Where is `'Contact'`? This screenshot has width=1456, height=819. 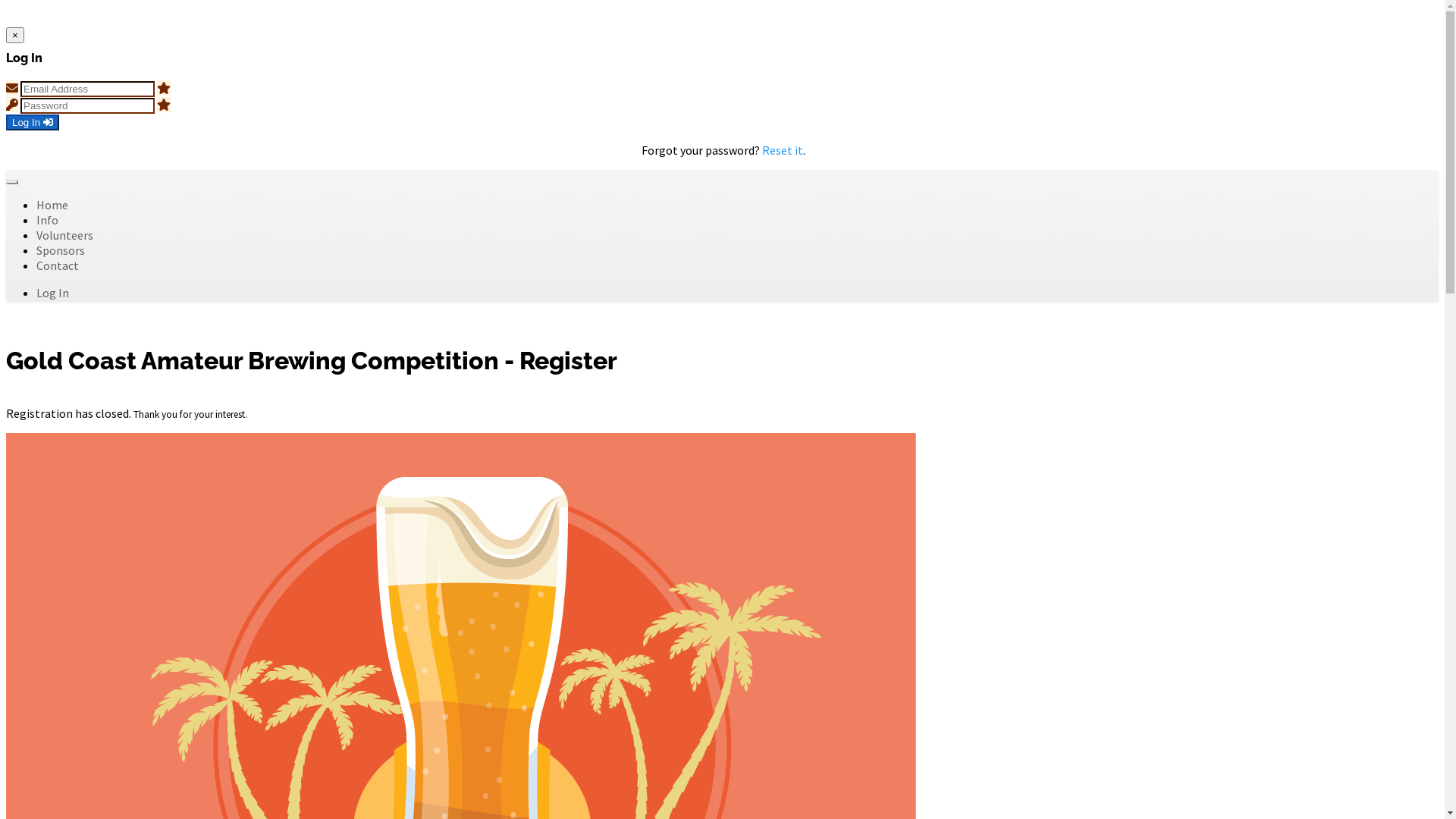 'Contact' is located at coordinates (58, 265).